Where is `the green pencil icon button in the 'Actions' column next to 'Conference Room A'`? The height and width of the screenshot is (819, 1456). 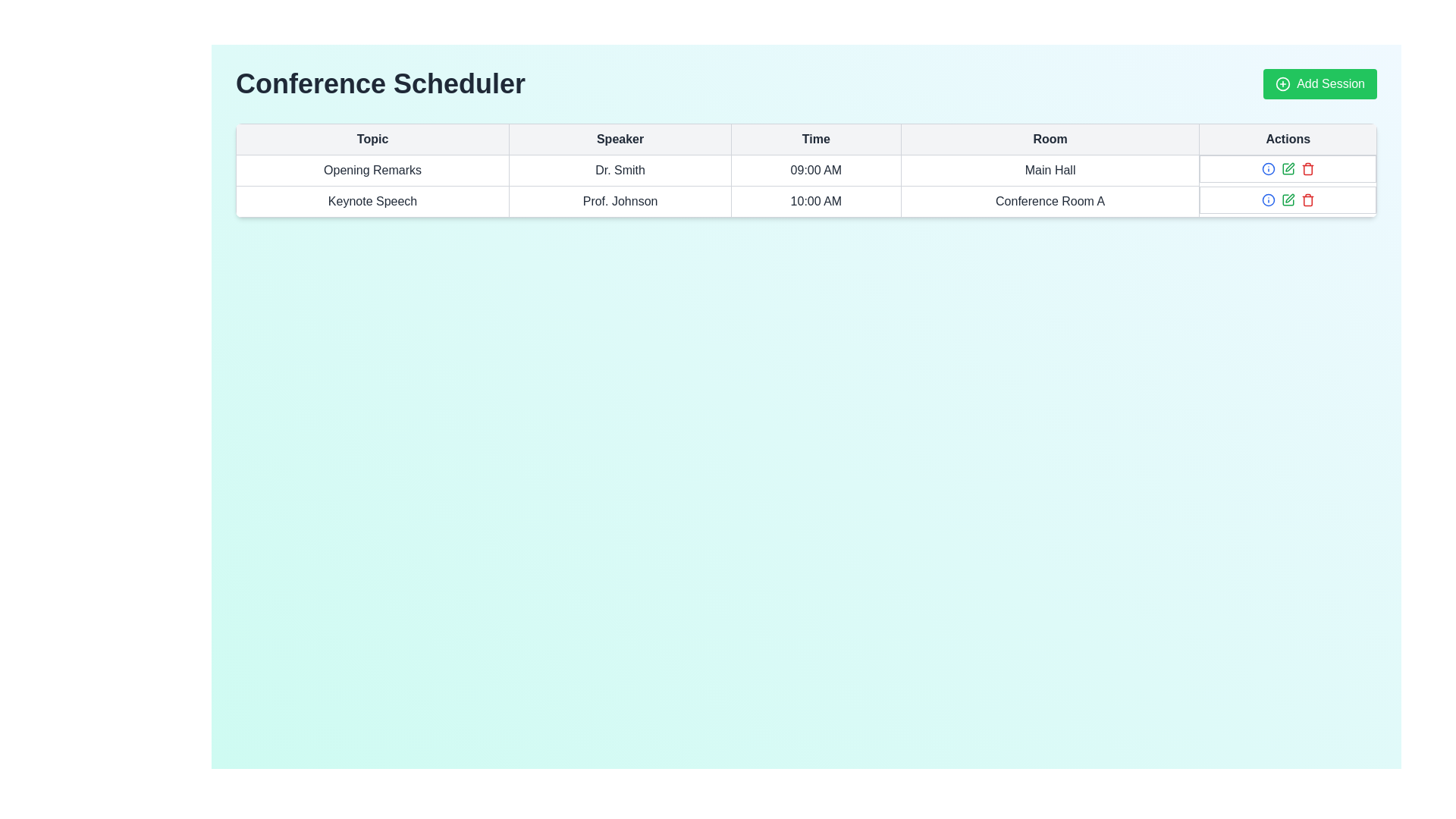 the green pencil icon button in the 'Actions' column next to 'Conference Room A' is located at coordinates (1287, 169).